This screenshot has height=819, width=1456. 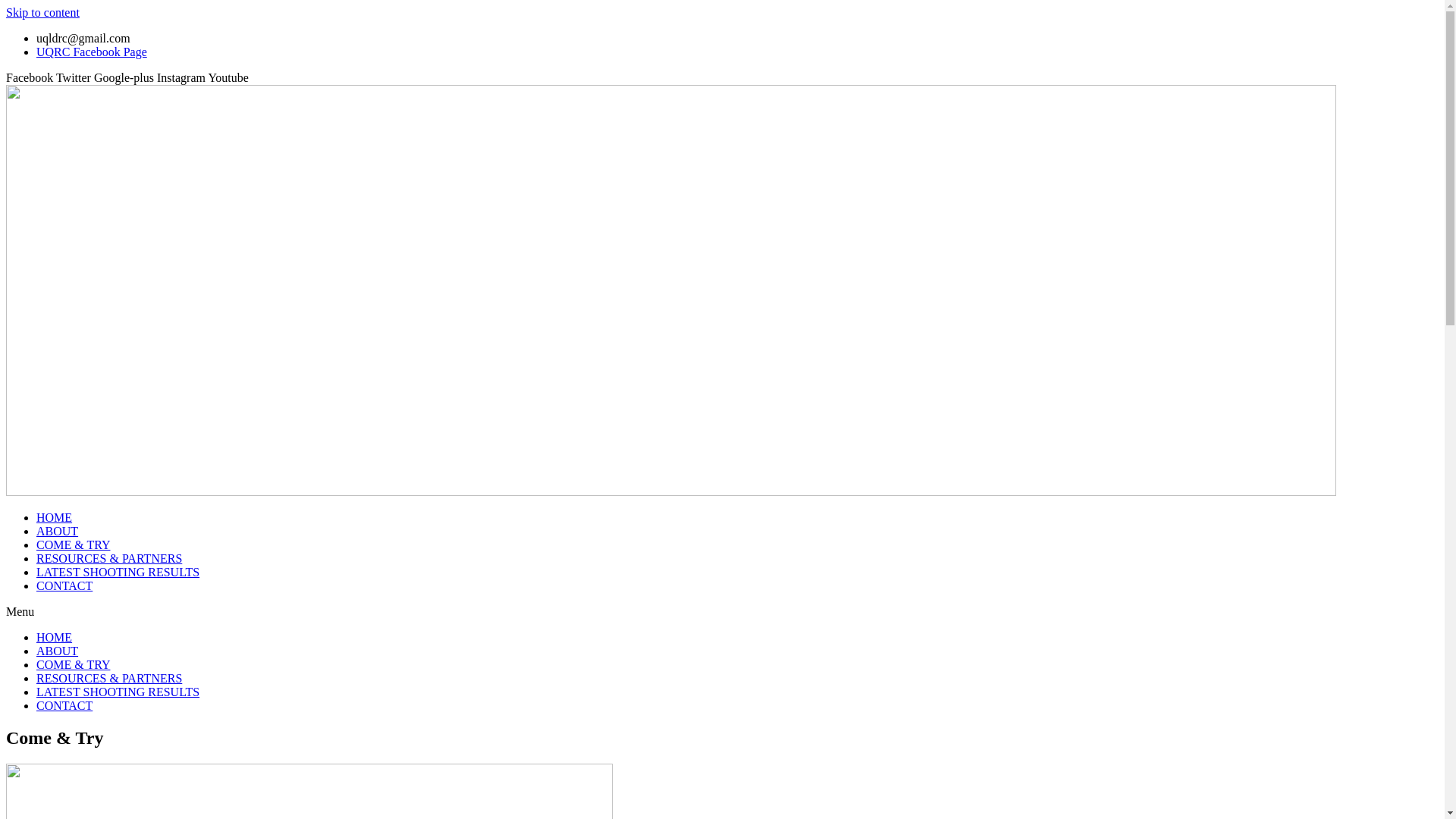 What do you see at coordinates (64, 585) in the screenshot?
I see `'CONTACT'` at bounding box center [64, 585].